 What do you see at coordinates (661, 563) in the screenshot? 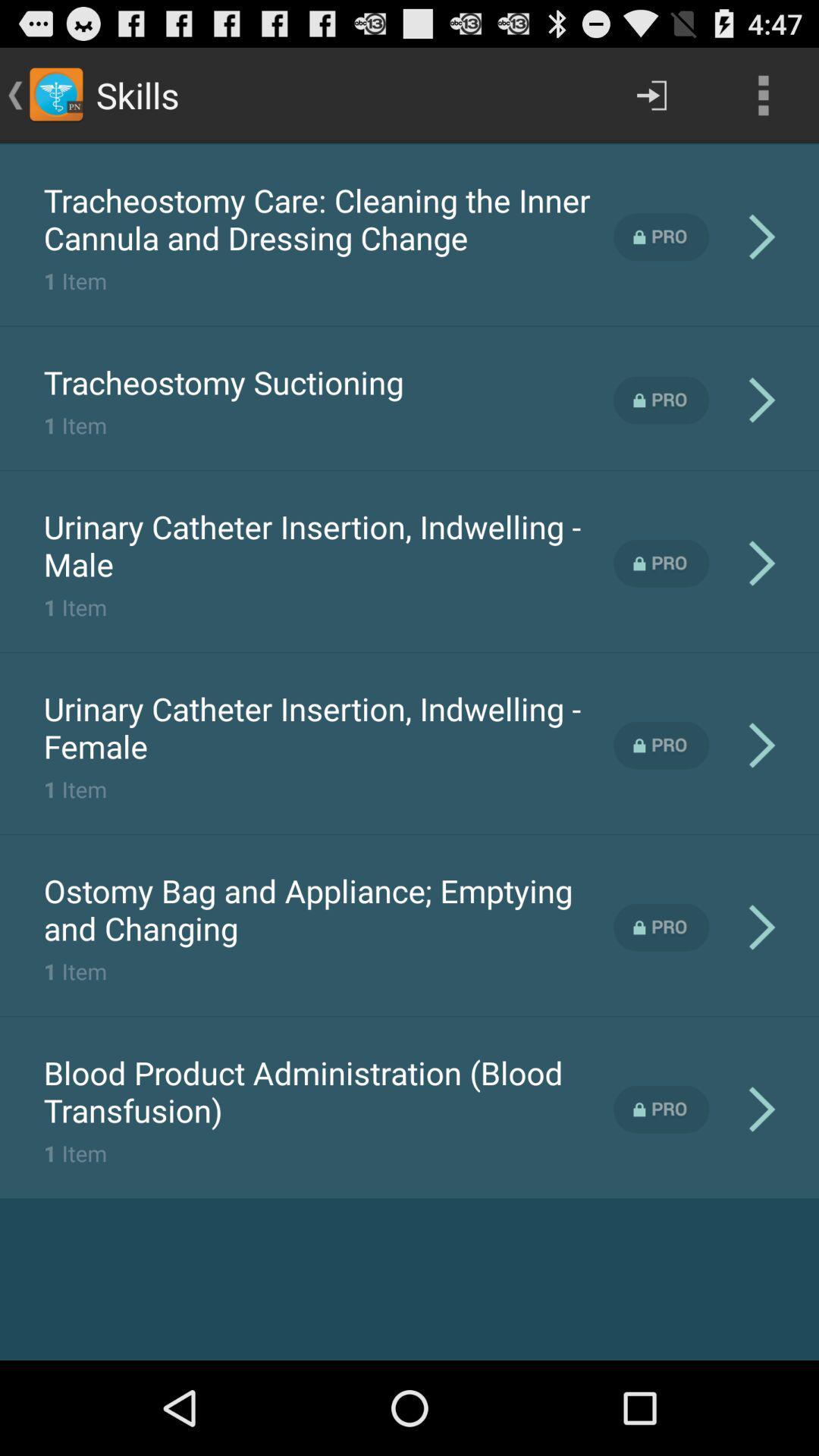
I see `upgrade to pro to unlock` at bounding box center [661, 563].